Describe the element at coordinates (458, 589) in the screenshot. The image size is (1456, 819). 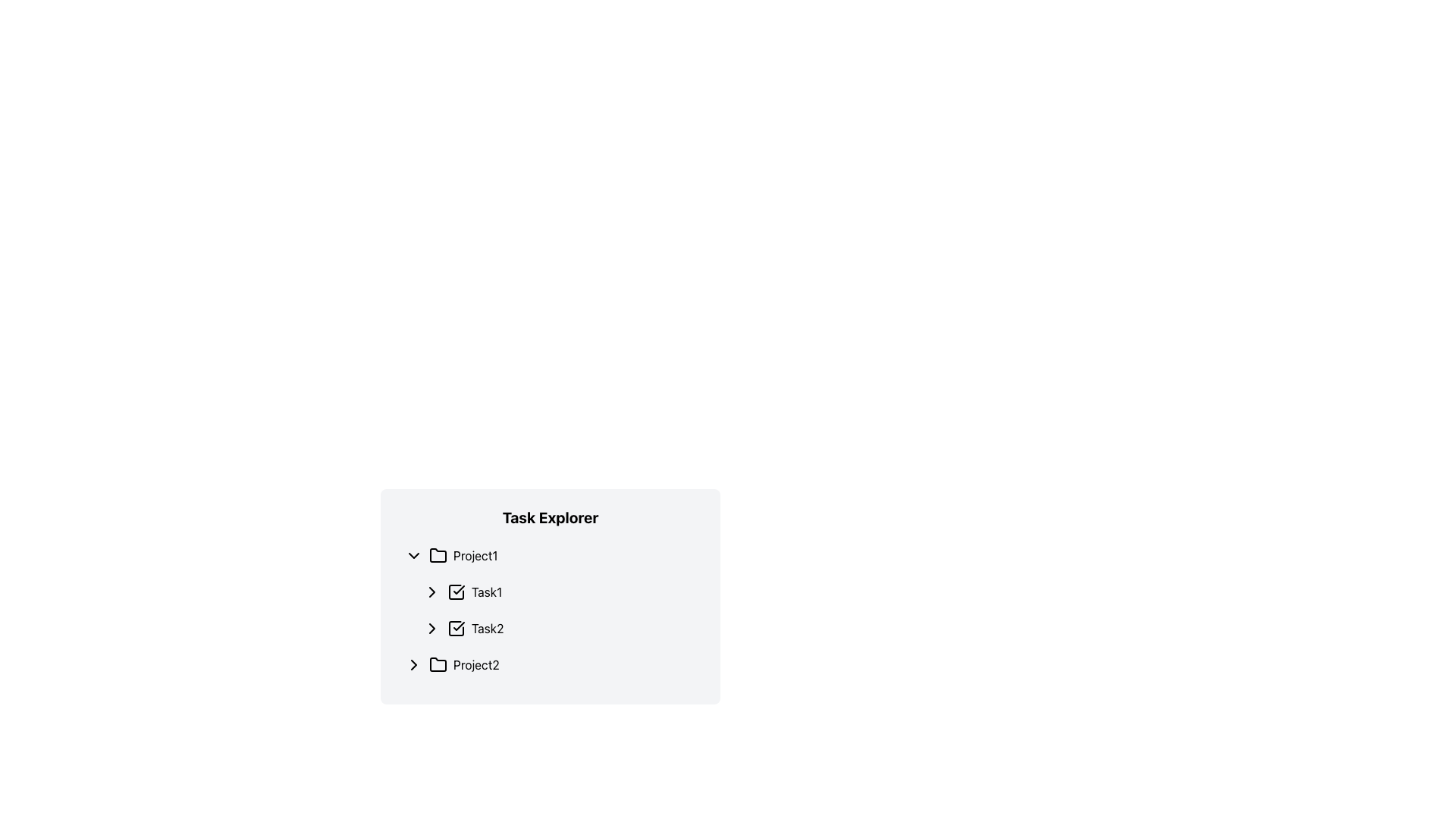
I see `the SVG checkmark icon located within the task list under 'Project1', adjacent to 'Task1'` at that location.